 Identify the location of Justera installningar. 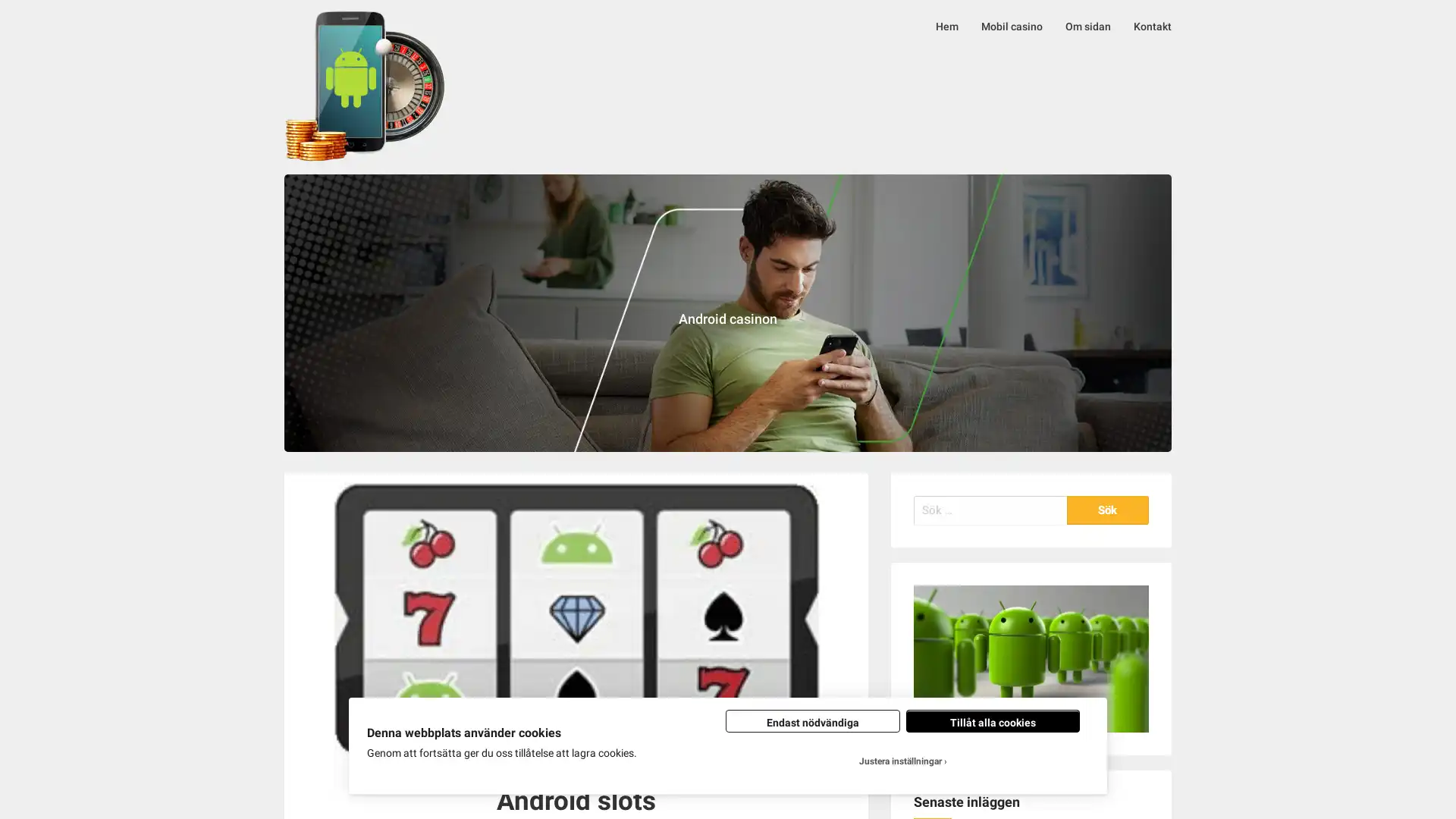
(902, 760).